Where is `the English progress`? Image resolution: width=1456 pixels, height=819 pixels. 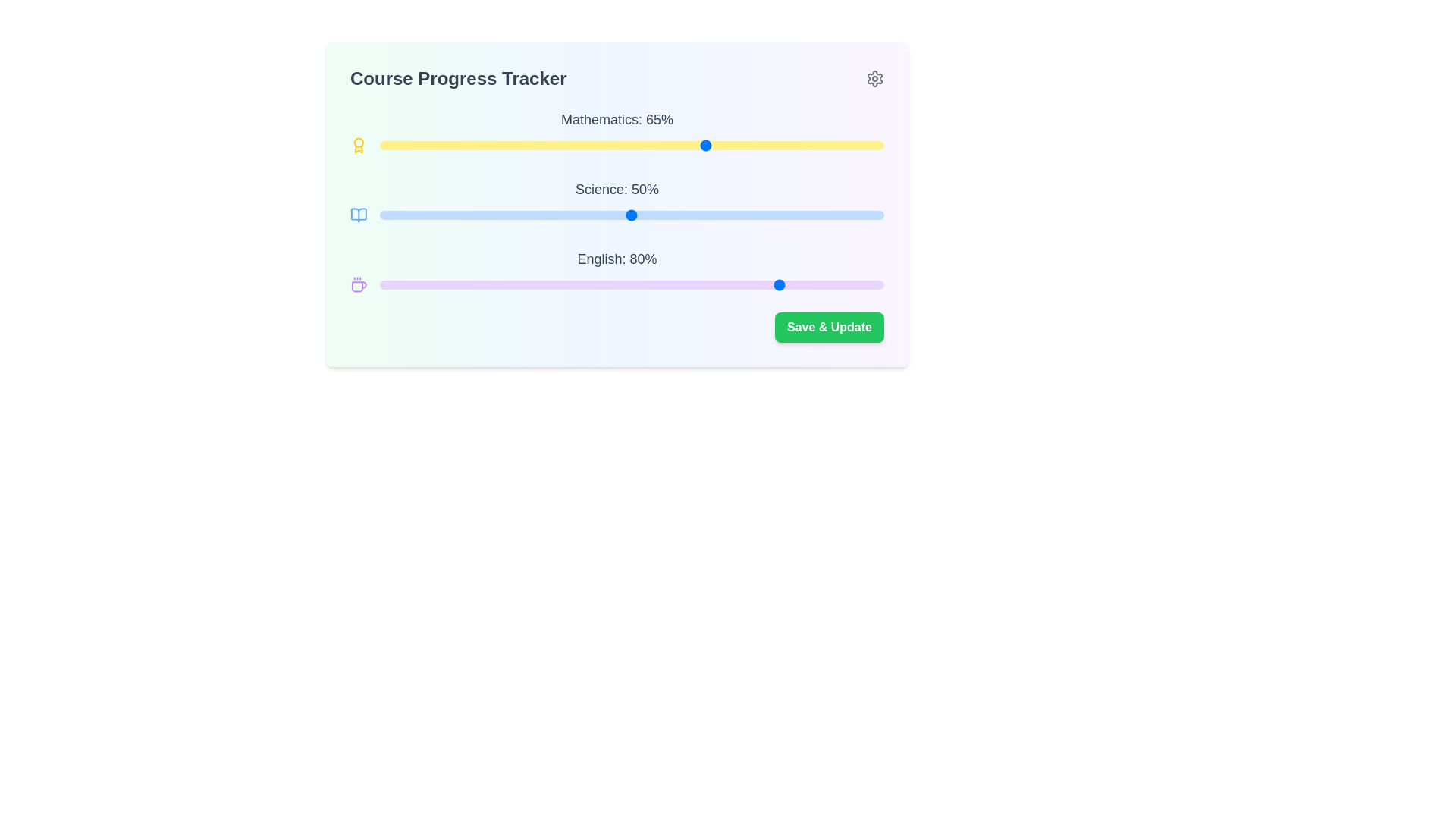
the English progress is located at coordinates (506, 284).